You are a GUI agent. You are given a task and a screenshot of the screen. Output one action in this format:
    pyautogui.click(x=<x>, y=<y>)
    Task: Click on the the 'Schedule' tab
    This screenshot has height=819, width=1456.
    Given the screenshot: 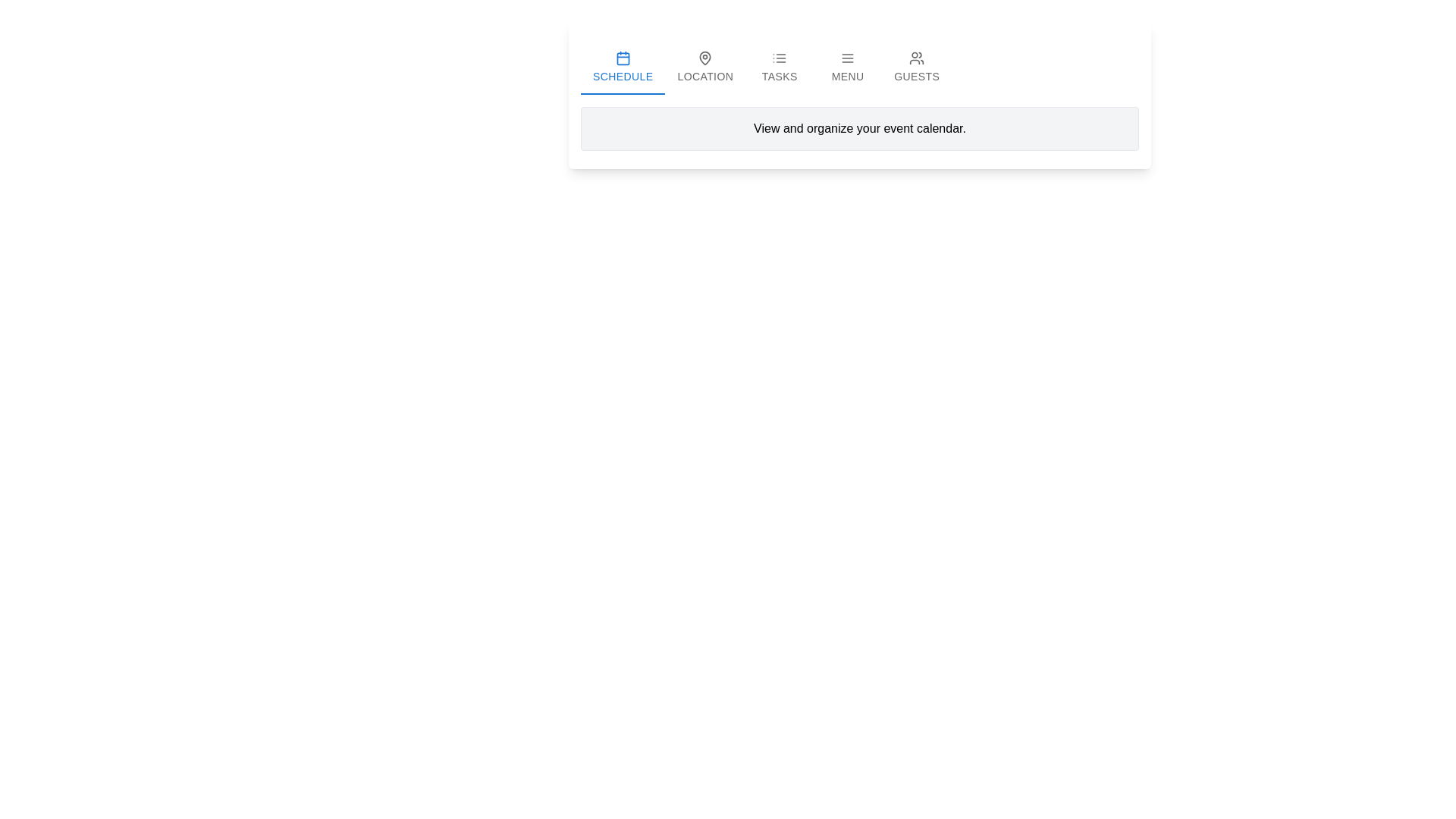 What is the action you would take?
    pyautogui.click(x=623, y=66)
    